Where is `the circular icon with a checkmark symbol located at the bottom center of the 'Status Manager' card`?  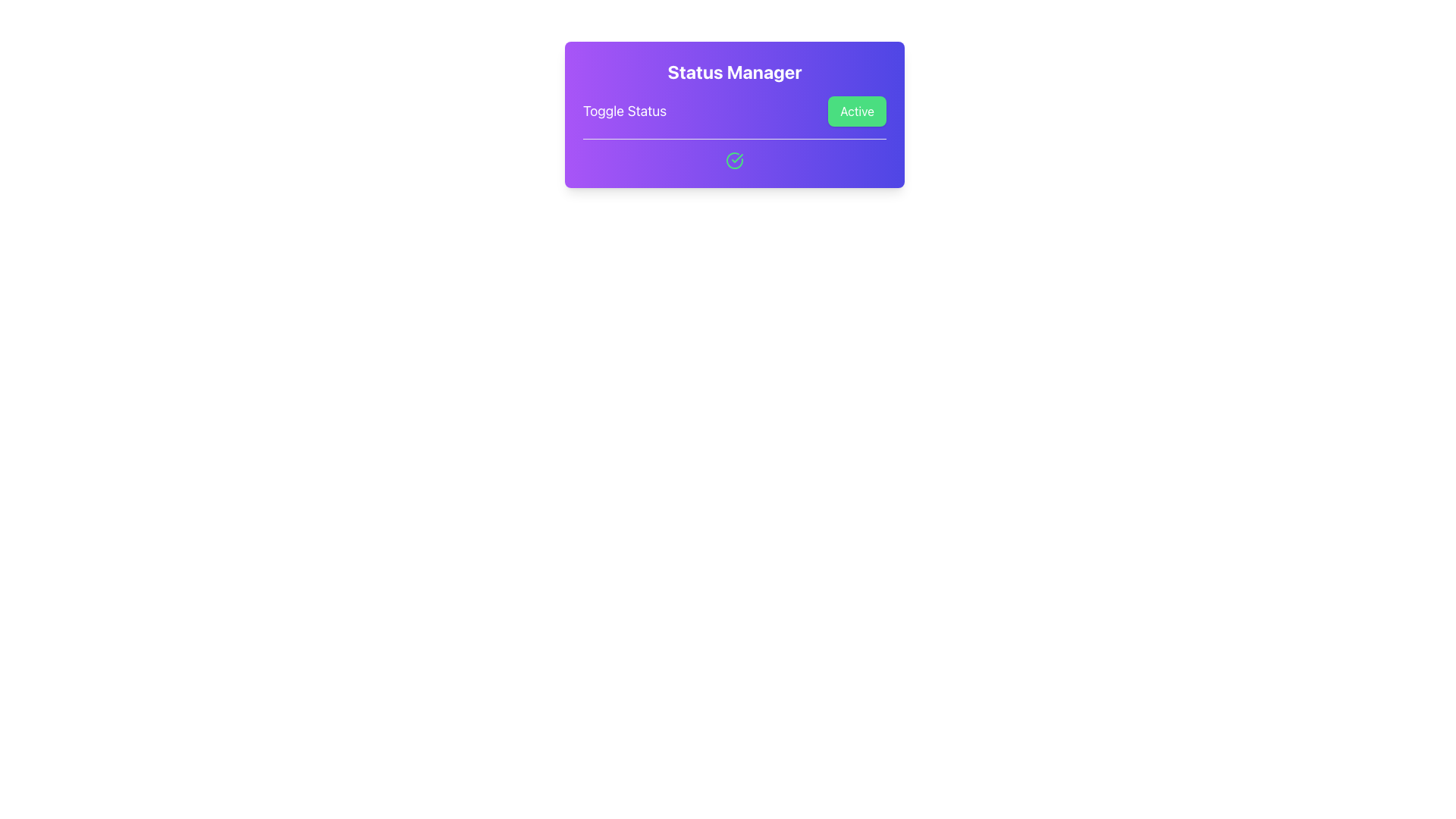
the circular icon with a checkmark symbol located at the bottom center of the 'Status Manager' card is located at coordinates (735, 161).